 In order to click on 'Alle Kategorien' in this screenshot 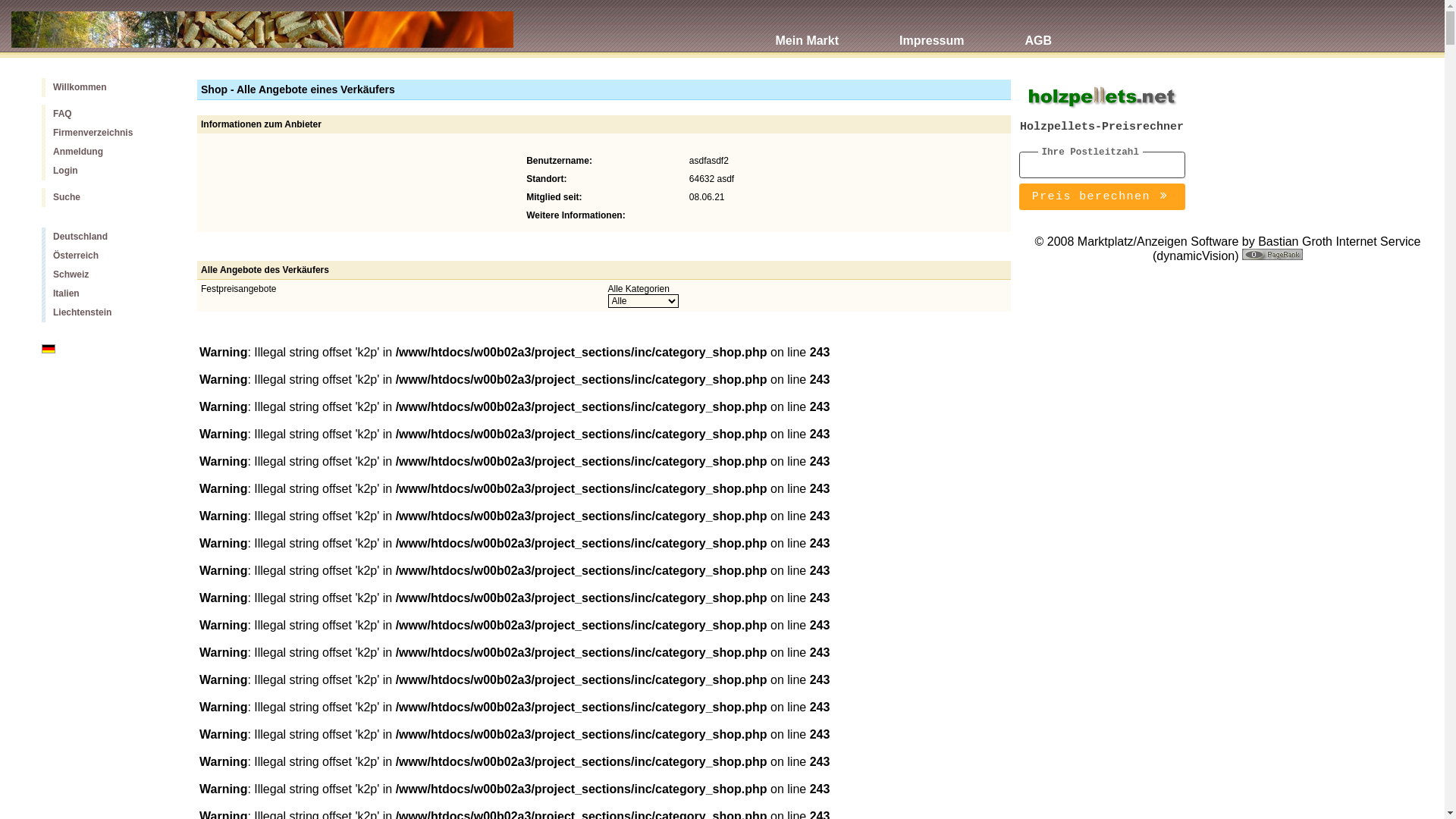, I will do `click(607, 289)`.